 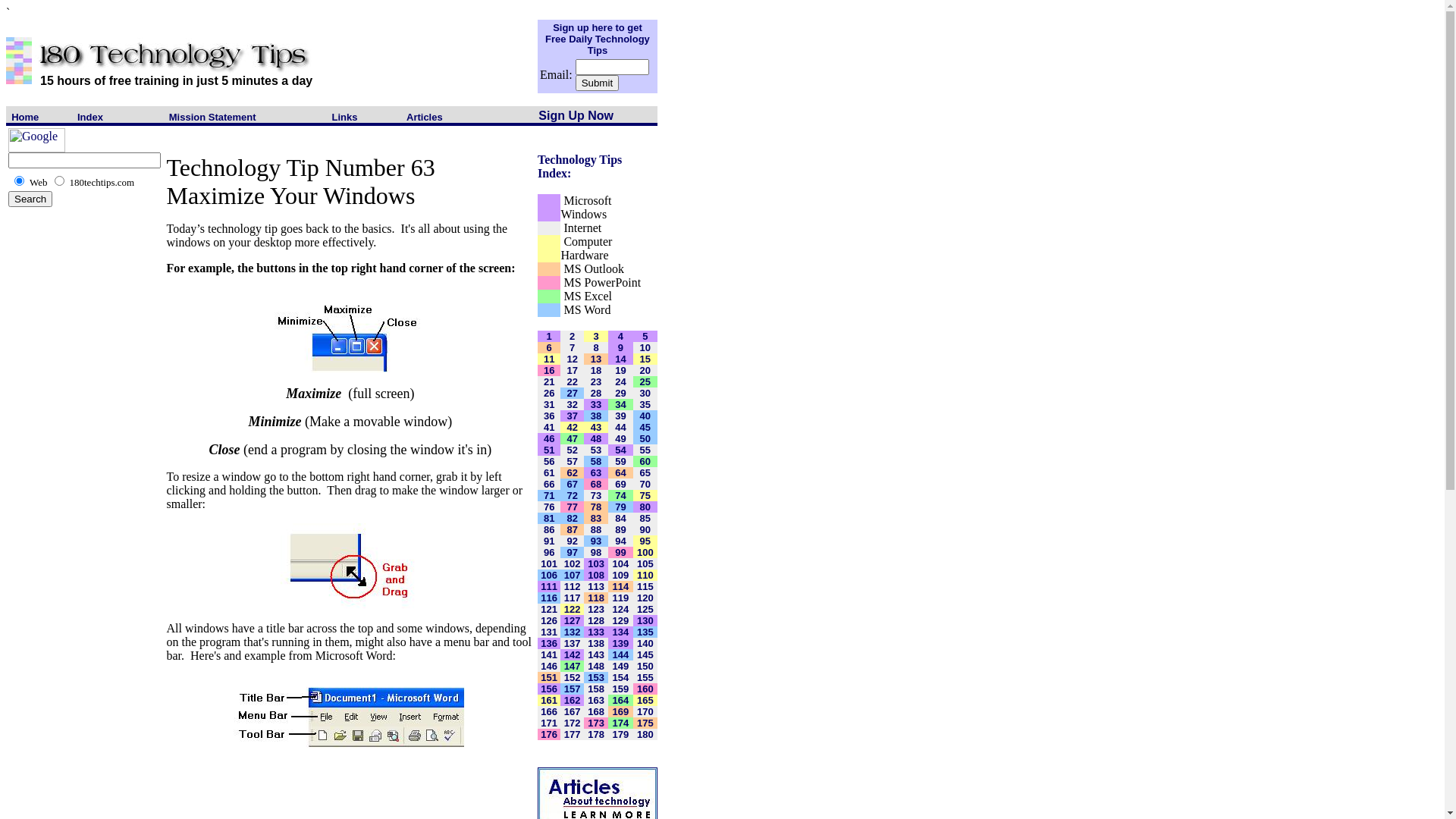 What do you see at coordinates (30, 198) in the screenshot?
I see `'Search'` at bounding box center [30, 198].